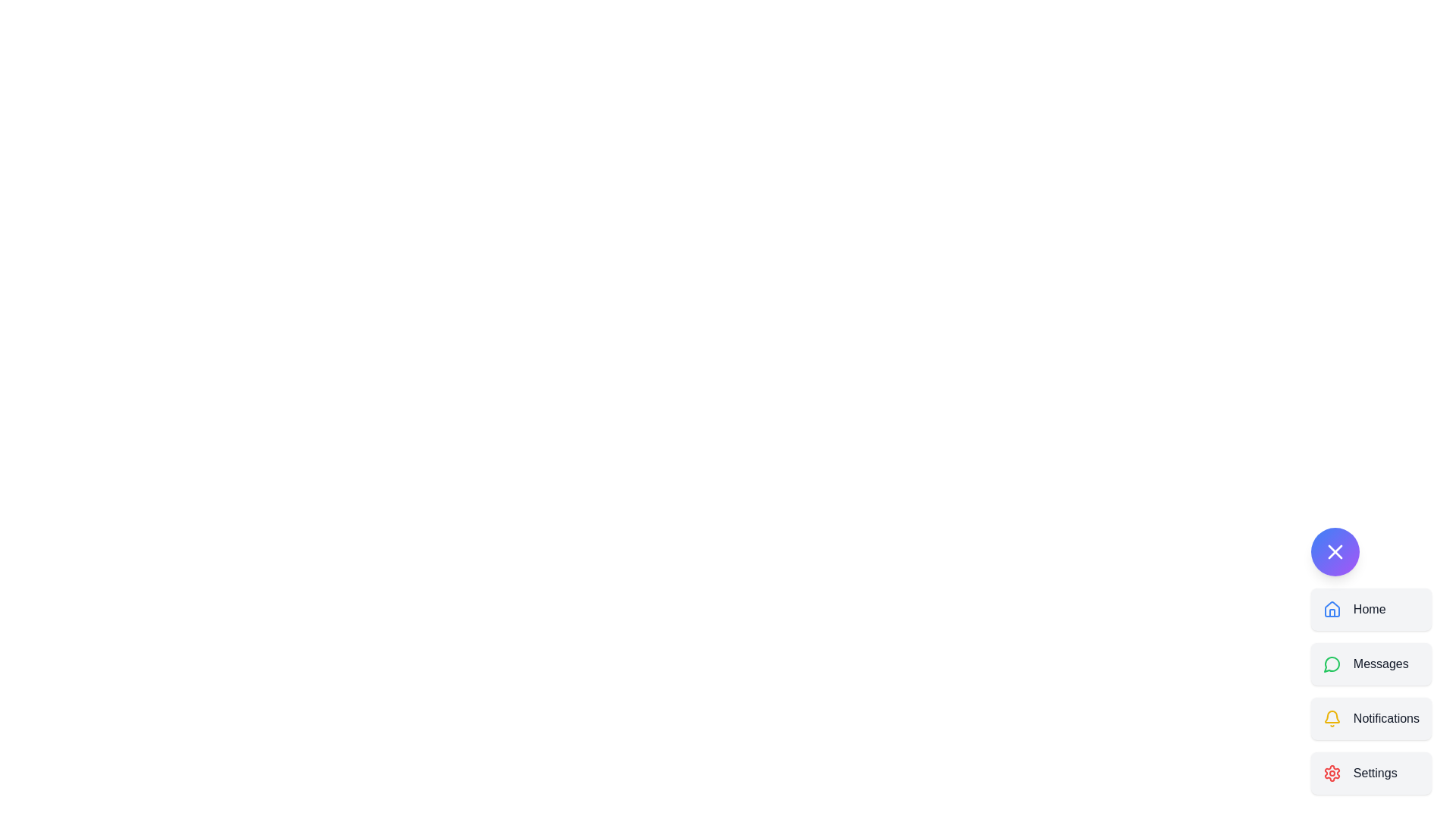  What do you see at coordinates (1331, 664) in the screenshot?
I see `the circular icon resembling a speech bubble, which is part of the vertical menu representing the message-related option, located between 'Home' and 'Notifications'` at bounding box center [1331, 664].